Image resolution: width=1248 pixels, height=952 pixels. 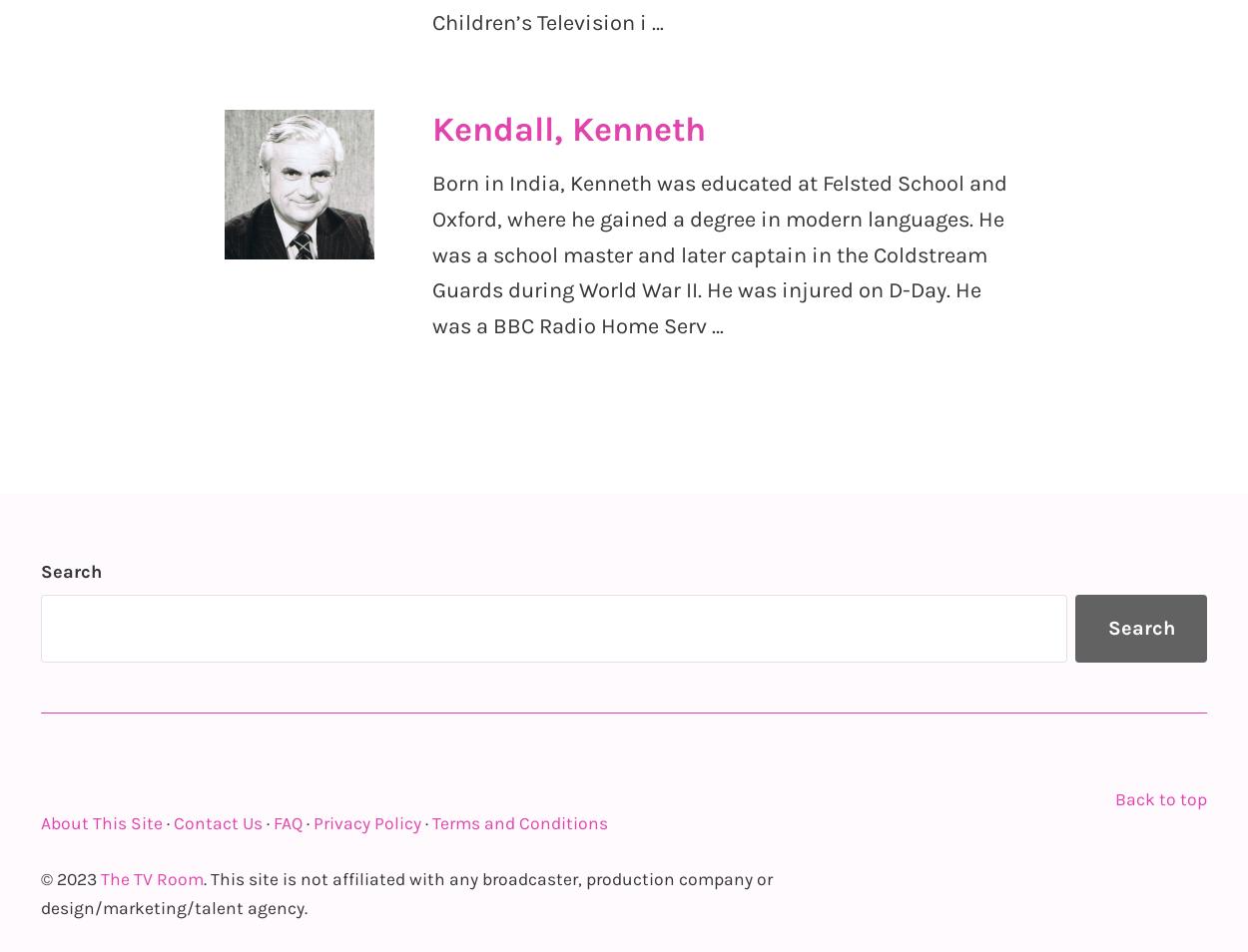 I want to click on '.  This site is not affiliated with any broadcaster, production company or design/marketing/talent agency.', so click(x=406, y=893).